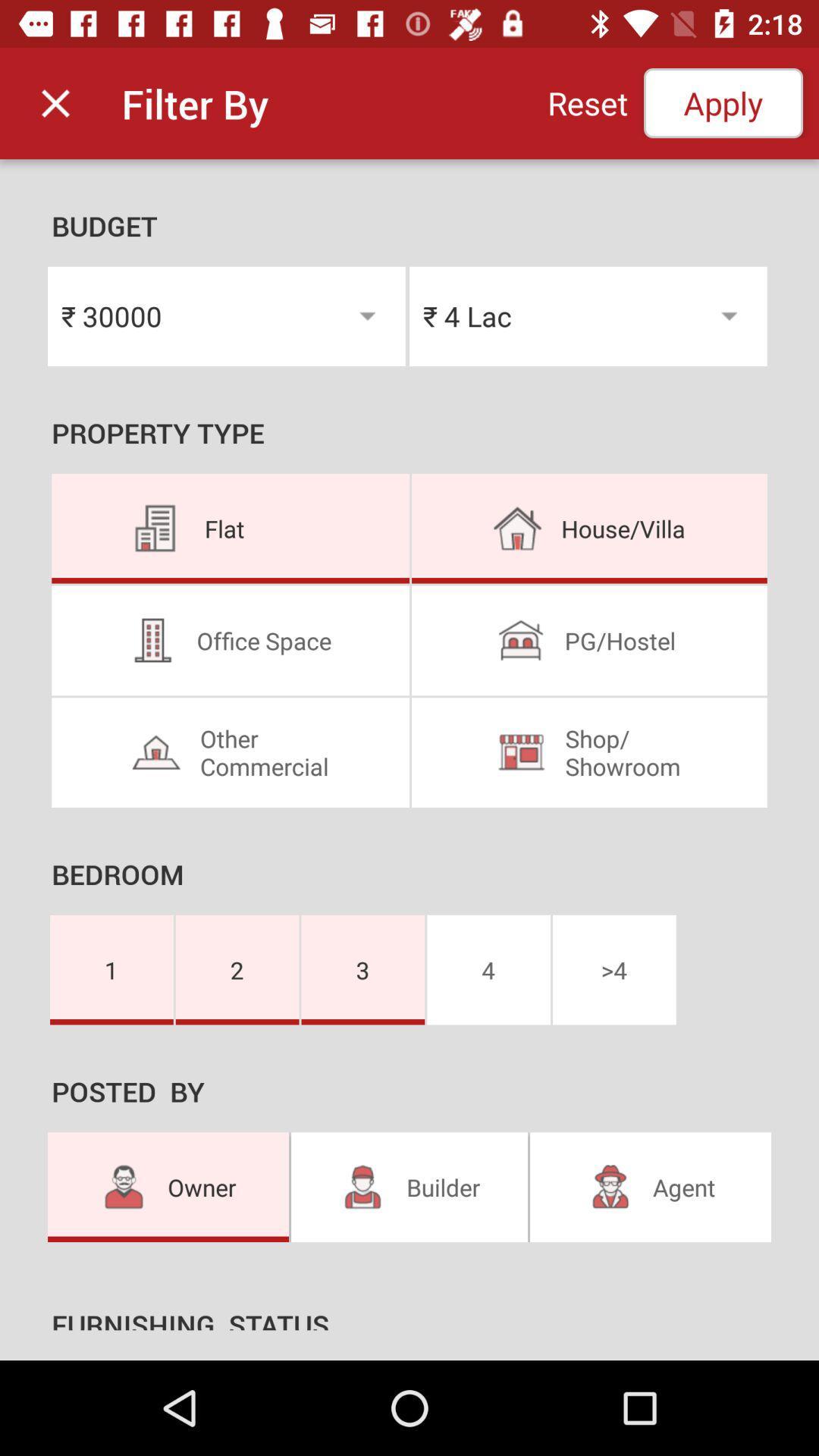 This screenshot has height=1456, width=819. What do you see at coordinates (55, 102) in the screenshot?
I see `exit` at bounding box center [55, 102].